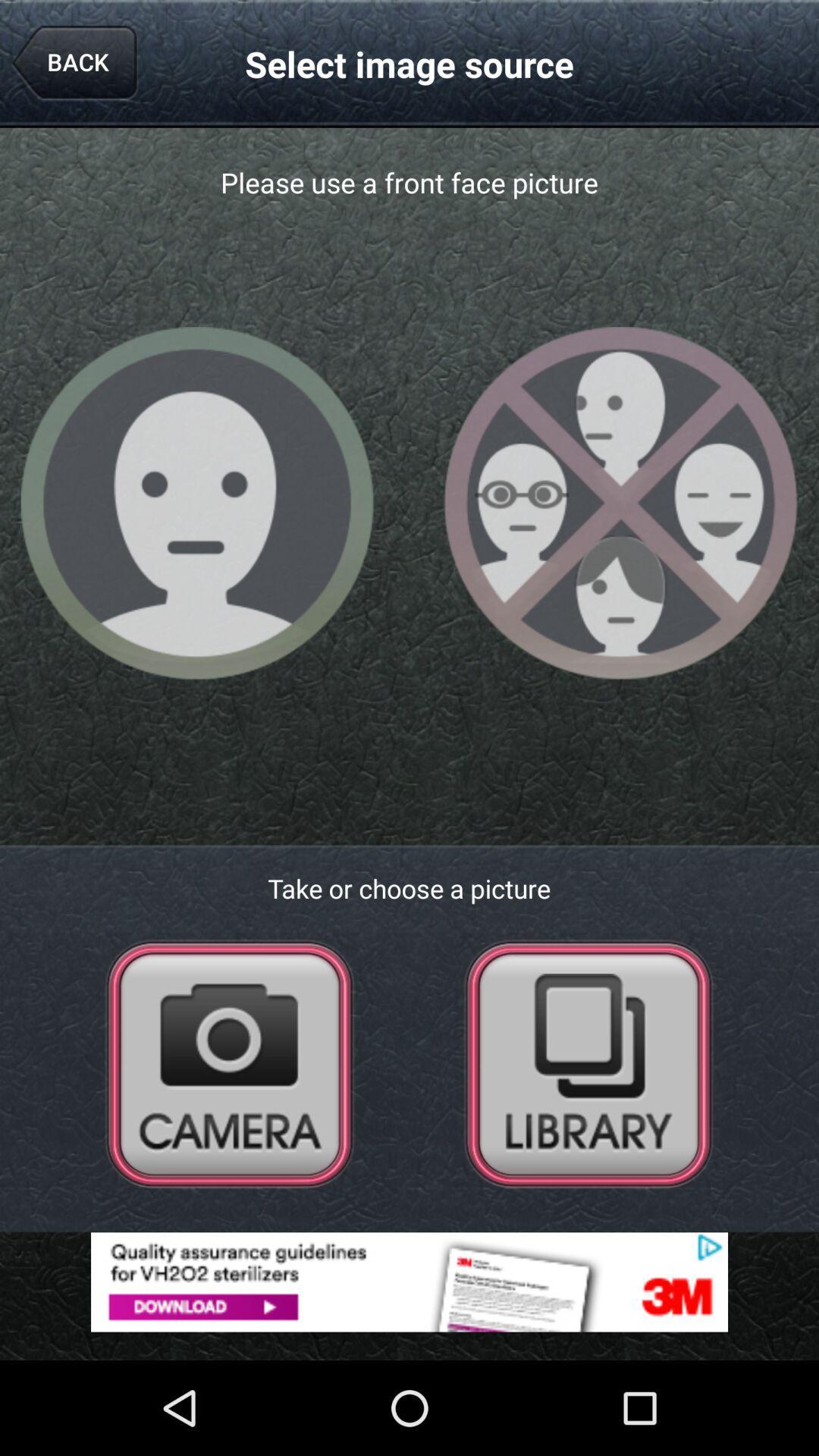  I want to click on open advertisement, so click(409, 1281).